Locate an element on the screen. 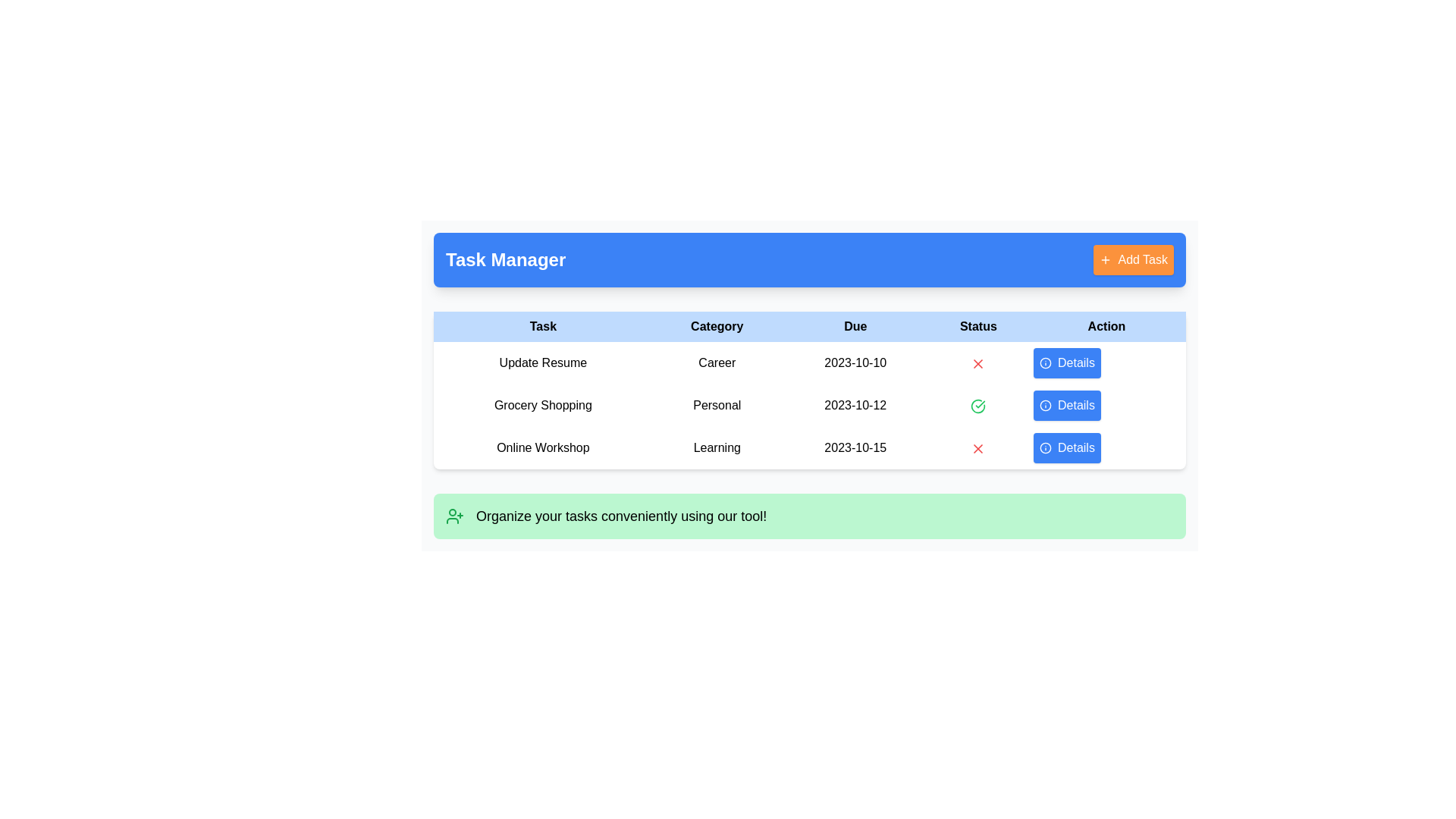  the plus icon on the 'Add Task' button is located at coordinates (1106, 259).